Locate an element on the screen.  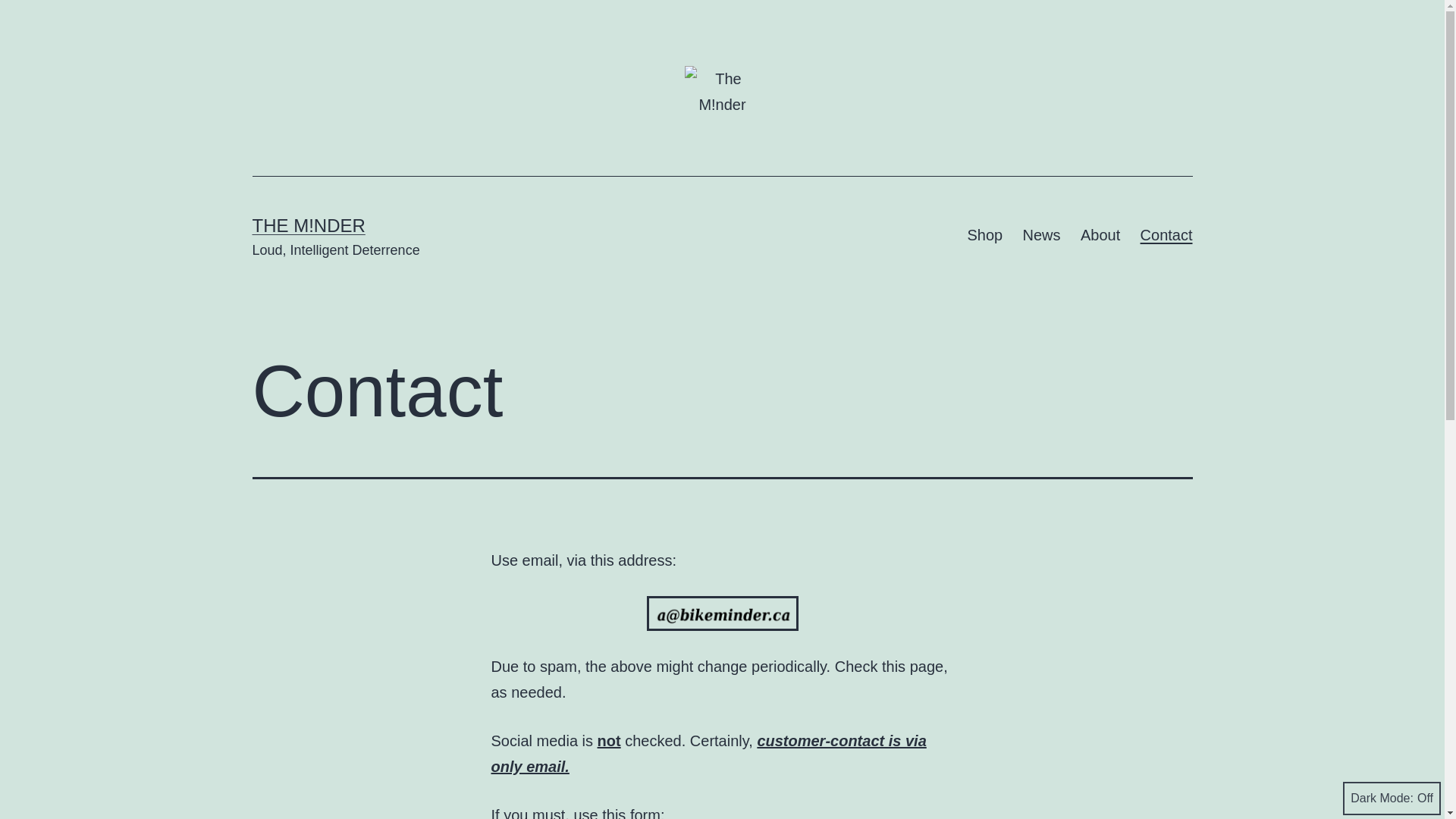
'About' is located at coordinates (1100, 235).